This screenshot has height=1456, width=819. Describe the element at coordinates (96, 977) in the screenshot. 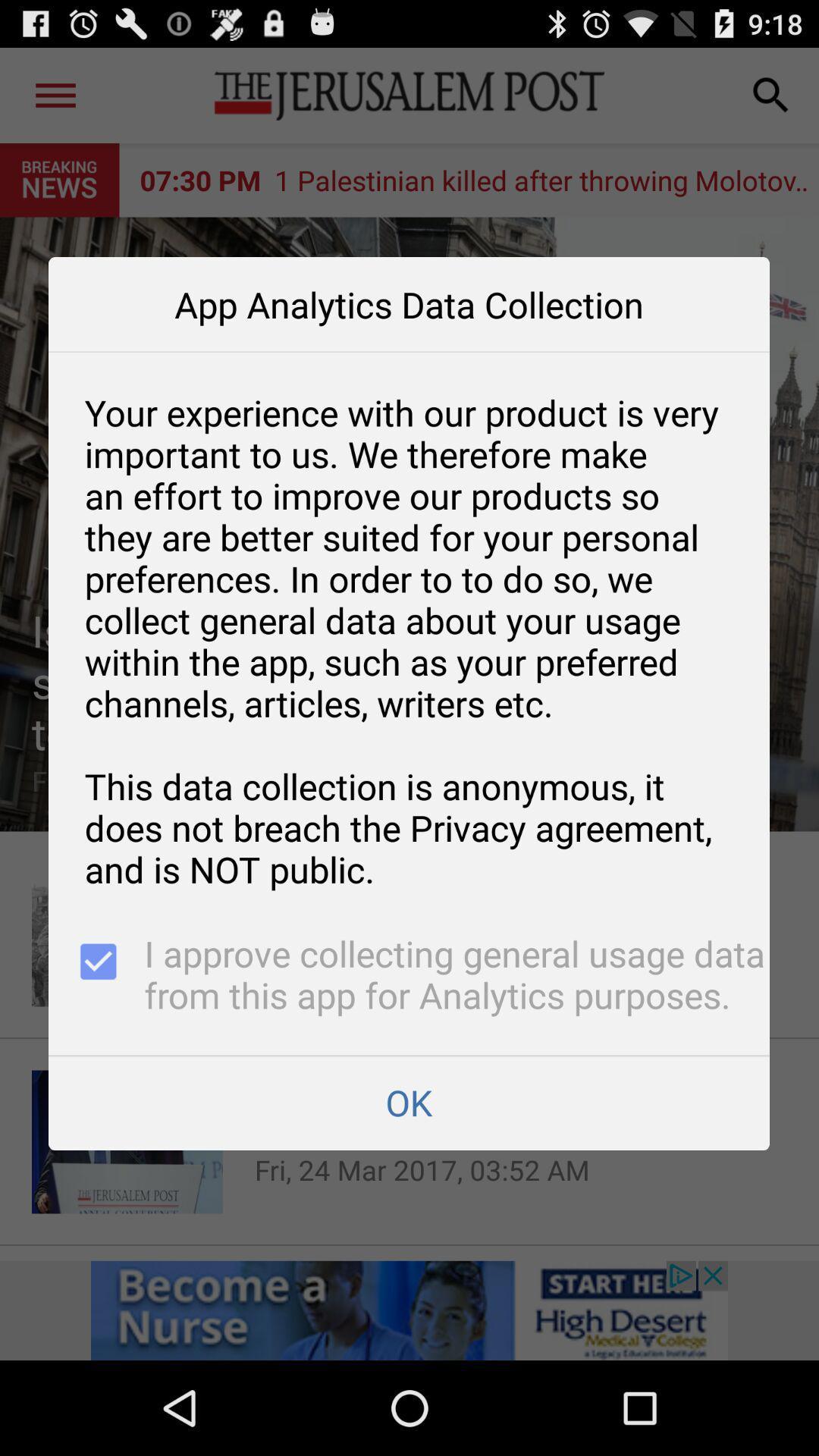

I see `the app to the left of i approve collecting item` at that location.